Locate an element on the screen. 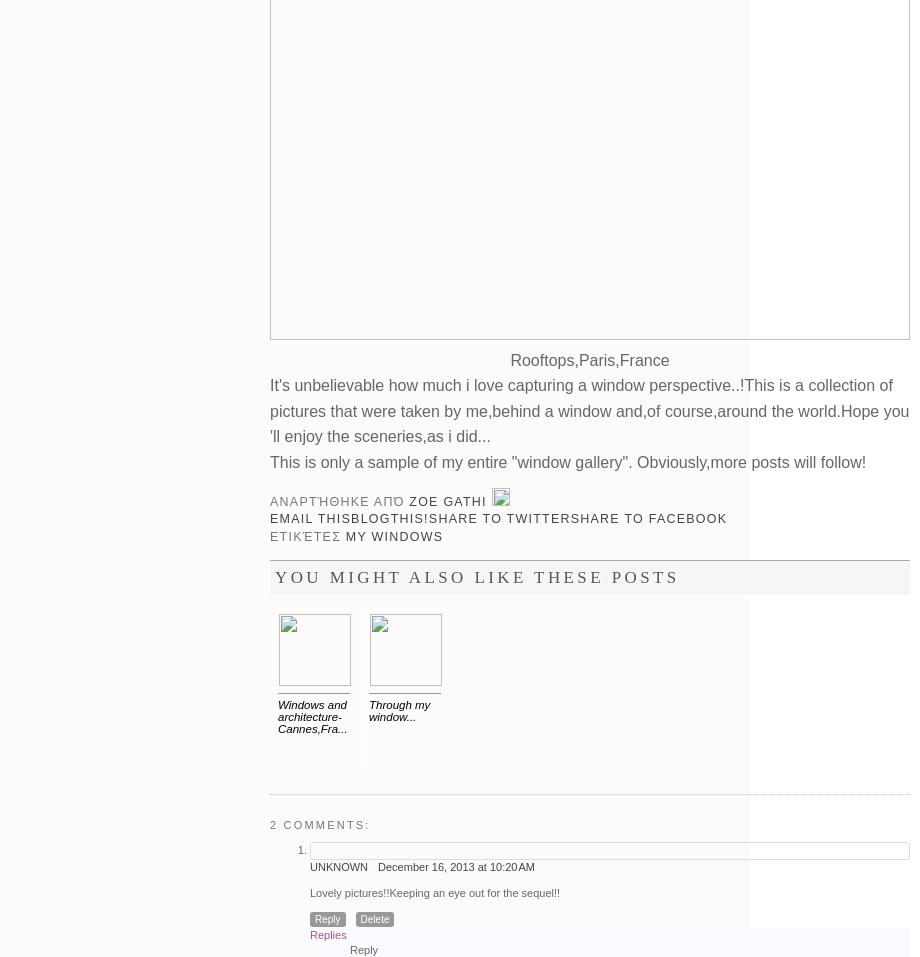 The height and width of the screenshot is (957, 920). '2 comments:' is located at coordinates (319, 824).